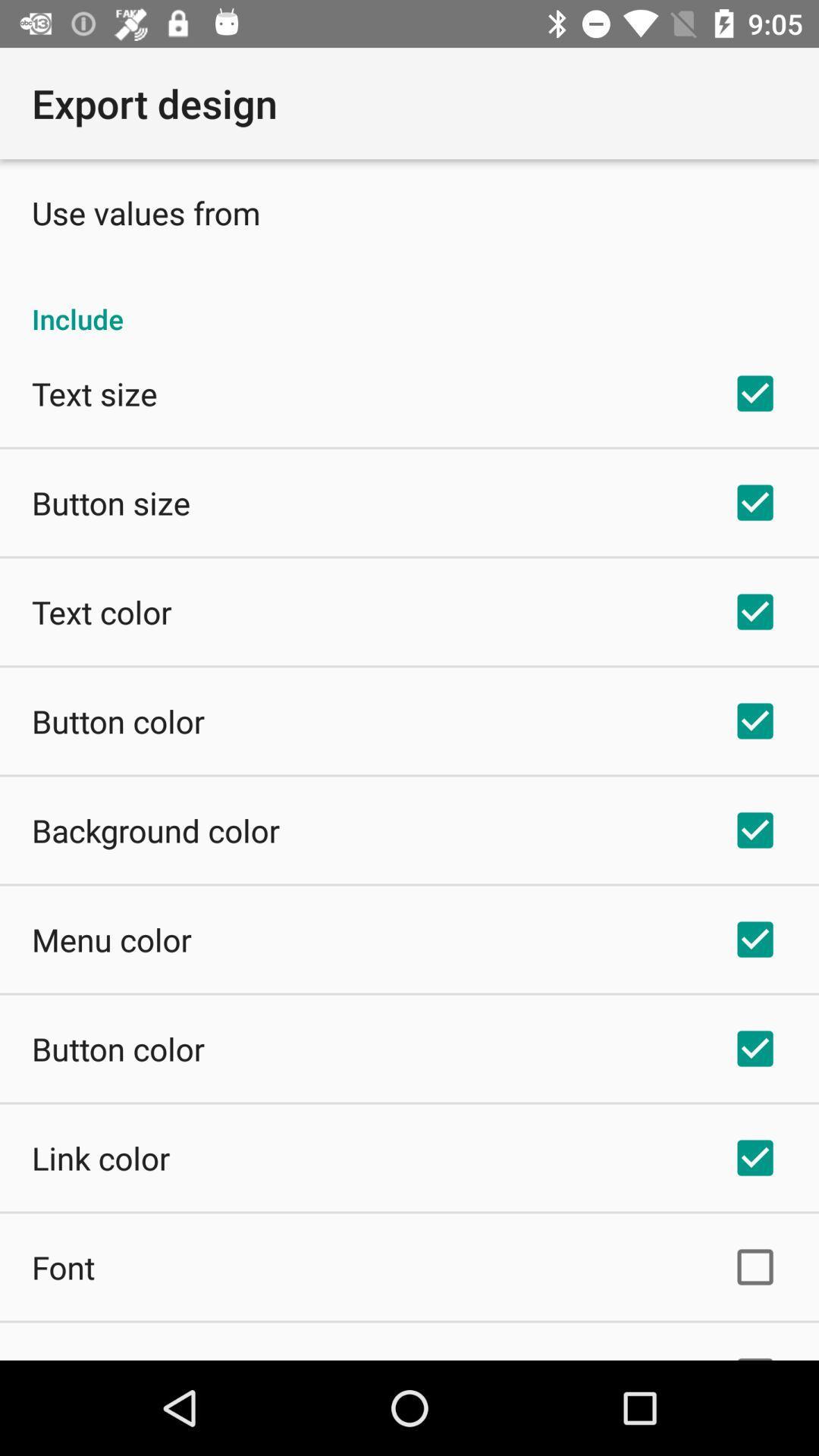 This screenshot has height=1456, width=819. Describe the element at coordinates (409, 303) in the screenshot. I see `the include item` at that location.